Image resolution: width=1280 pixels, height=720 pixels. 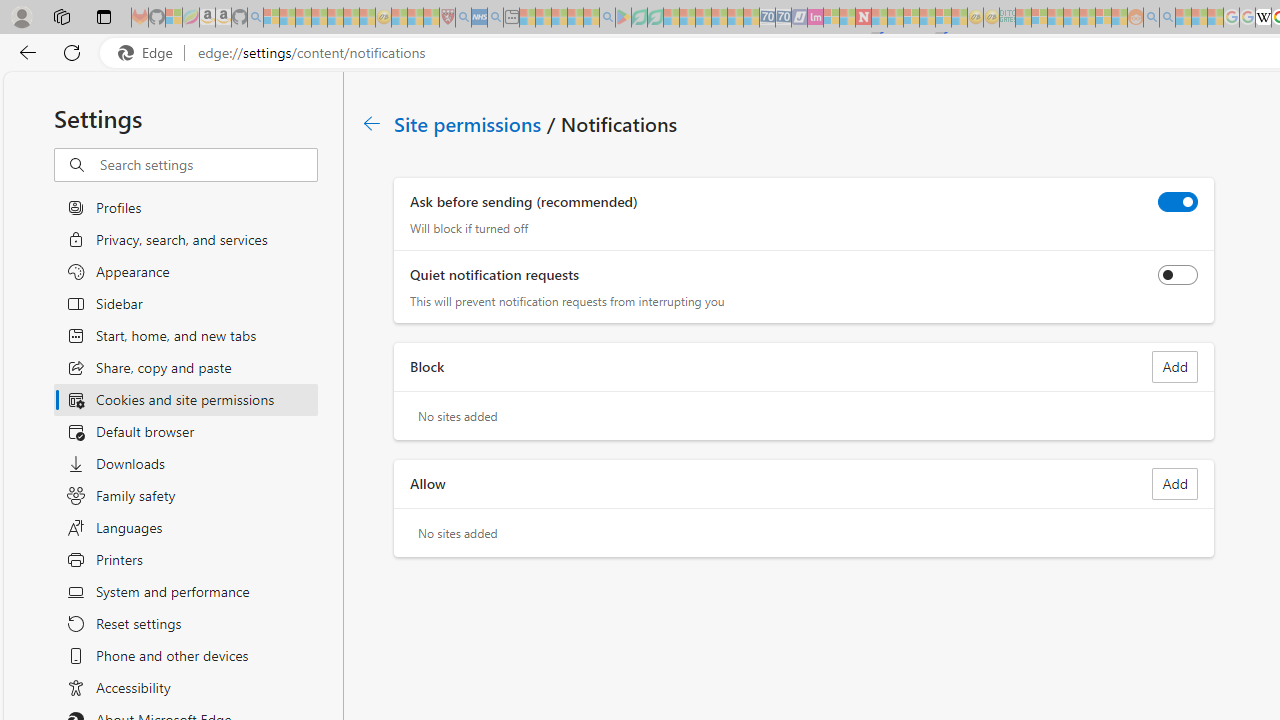 I want to click on 'Jobs - lastminute.com Investor Portal - Sleeping', so click(x=815, y=17).